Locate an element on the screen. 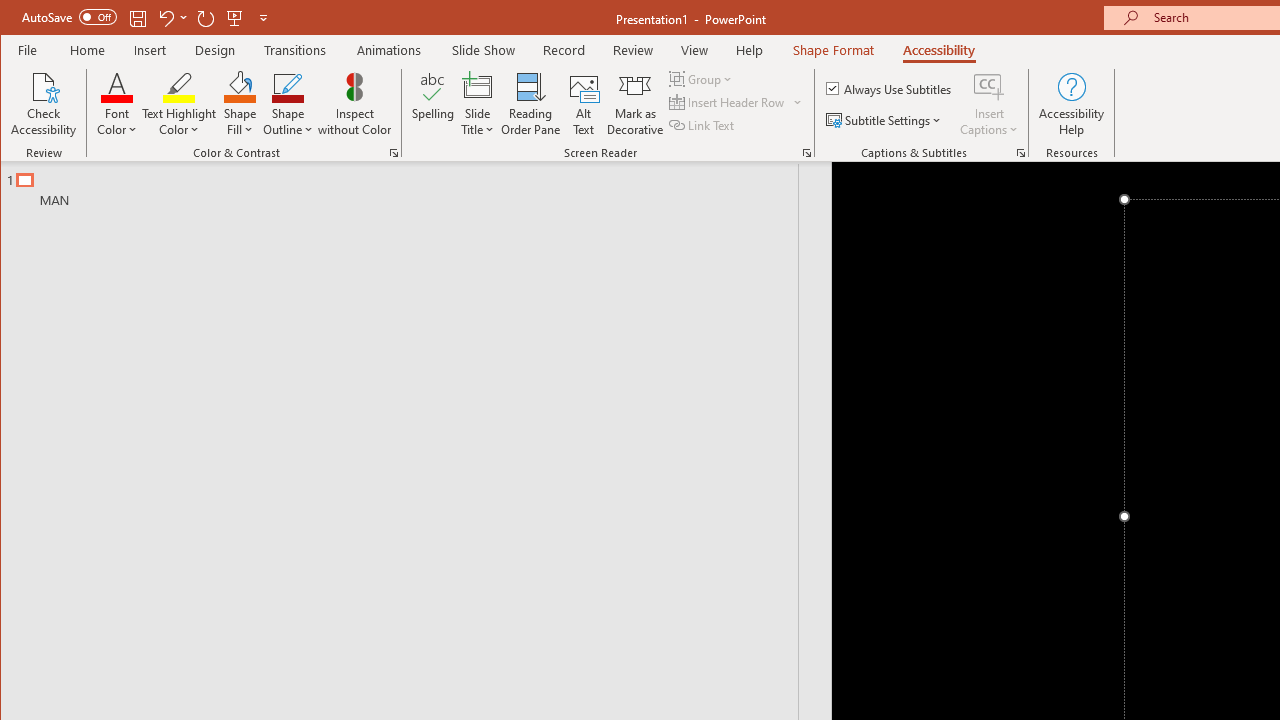 The width and height of the screenshot is (1280, 720). 'Redo' is located at coordinates (206, 17).